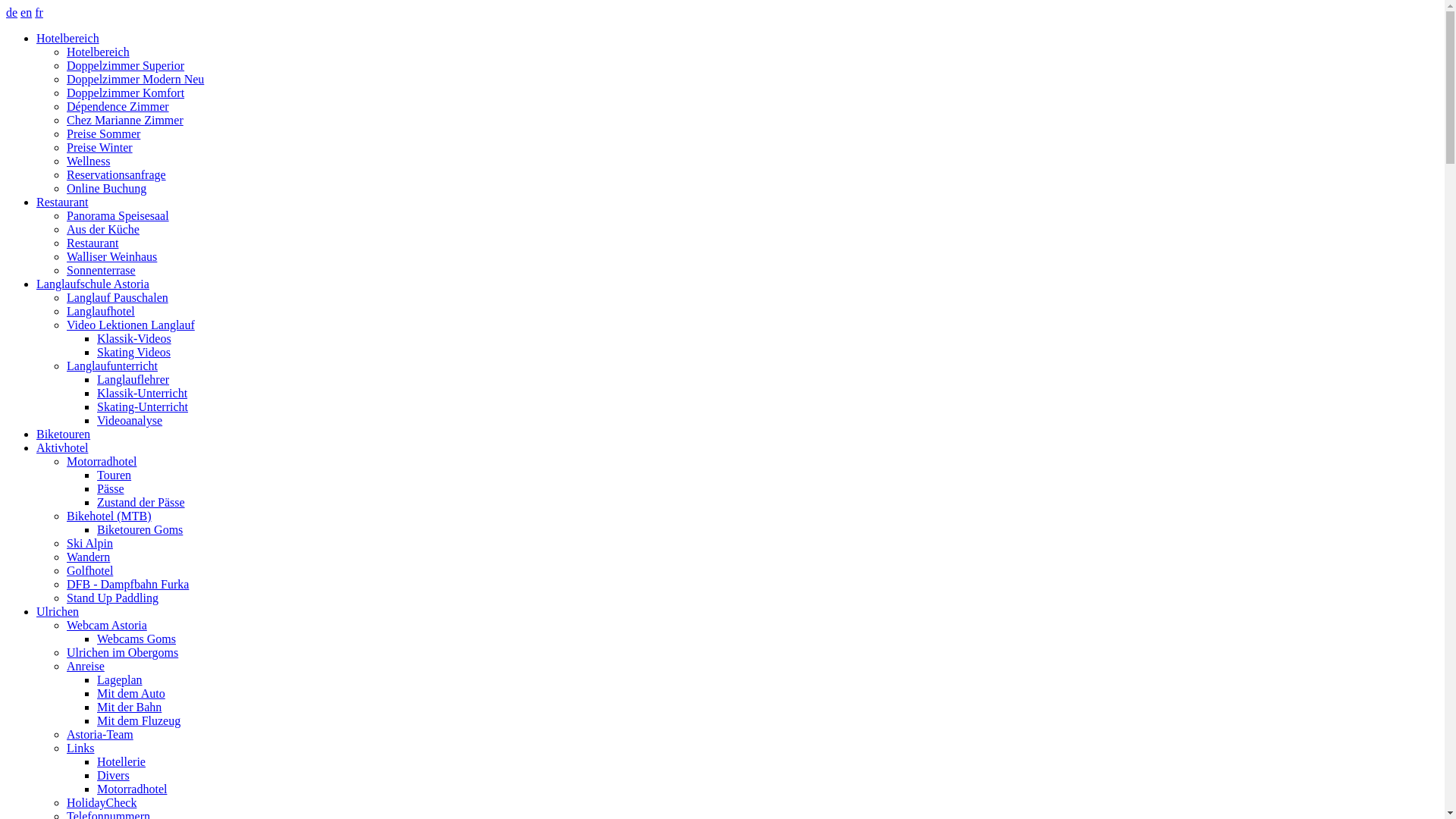 The image size is (1456, 819). Describe the element at coordinates (65, 269) in the screenshot. I see `'Sonnenterrase'` at that location.